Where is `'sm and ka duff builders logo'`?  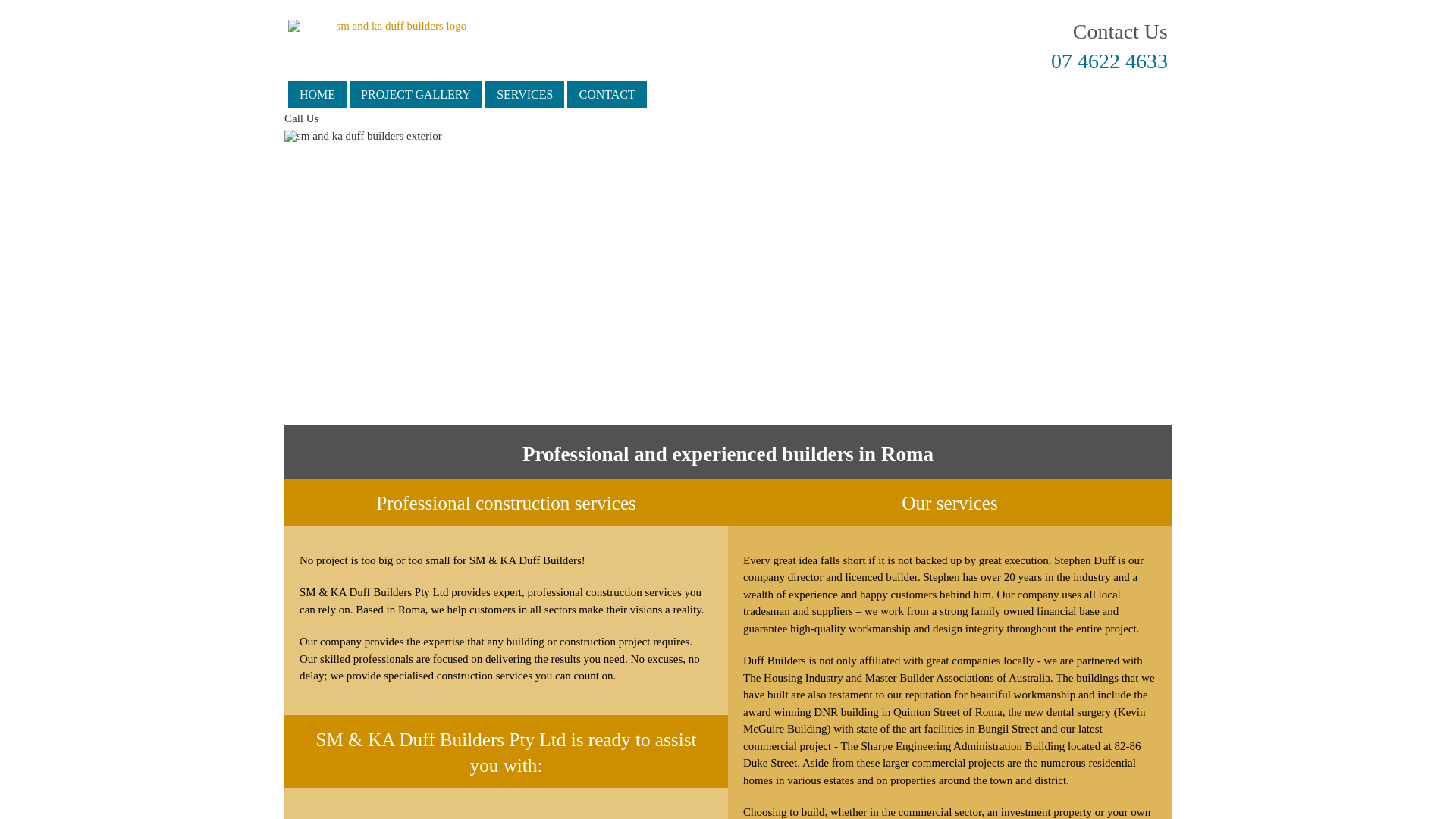
'sm and ka duff builders logo' is located at coordinates (395, 26).